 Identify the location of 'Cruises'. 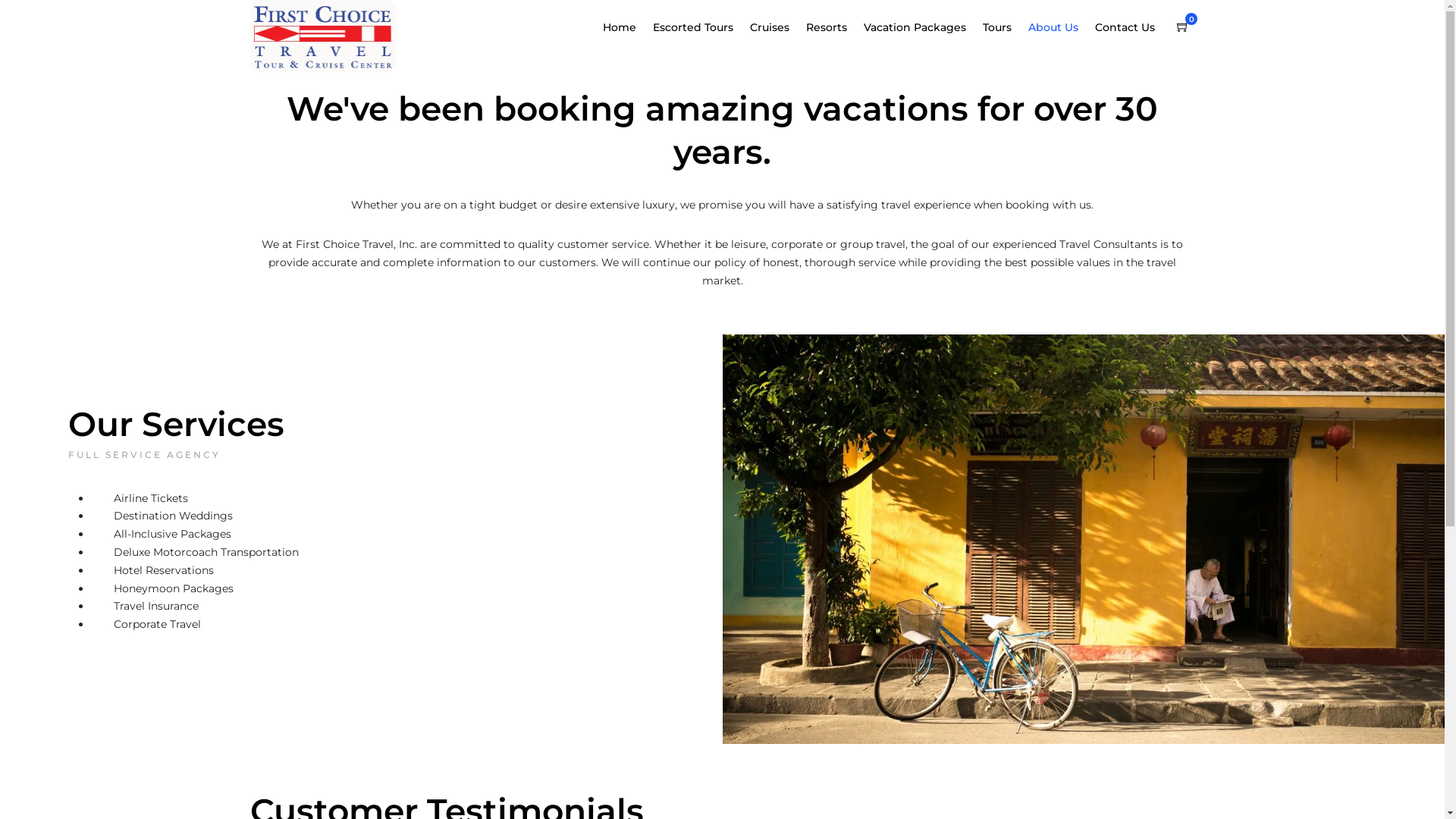
(776, 28).